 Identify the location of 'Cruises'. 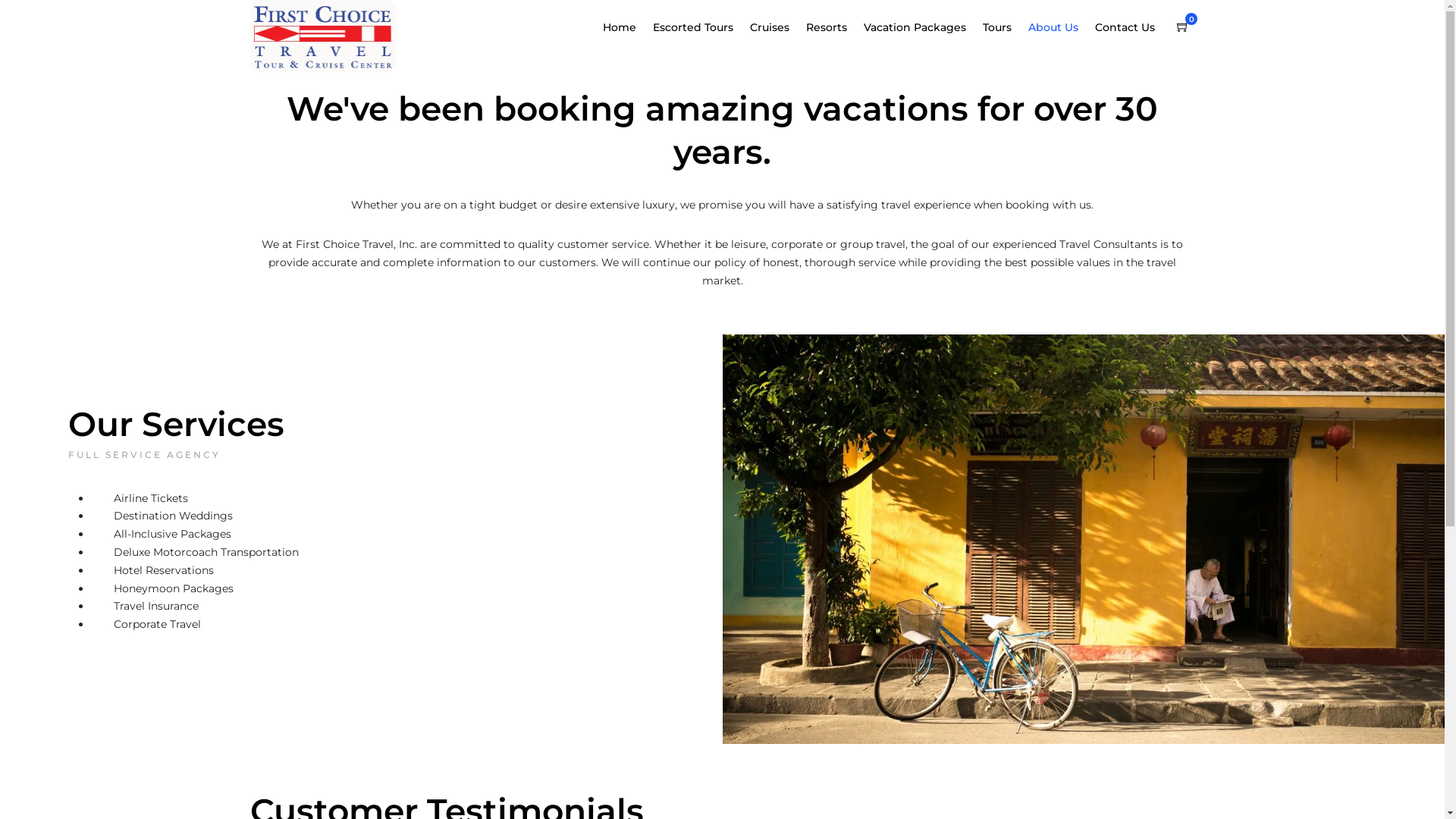
(776, 28).